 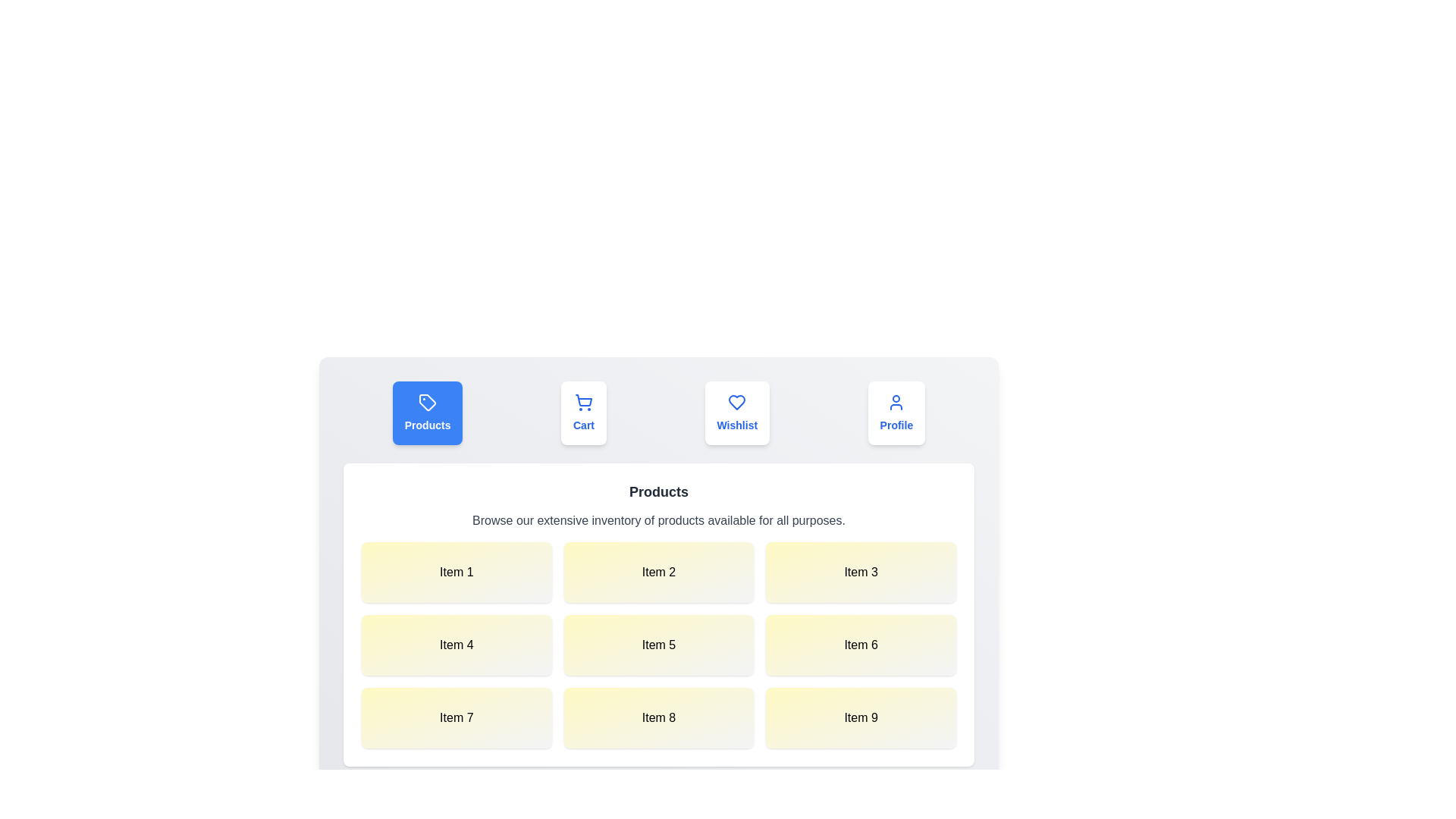 What do you see at coordinates (427, 413) in the screenshot?
I see `the Products tab to view its content` at bounding box center [427, 413].